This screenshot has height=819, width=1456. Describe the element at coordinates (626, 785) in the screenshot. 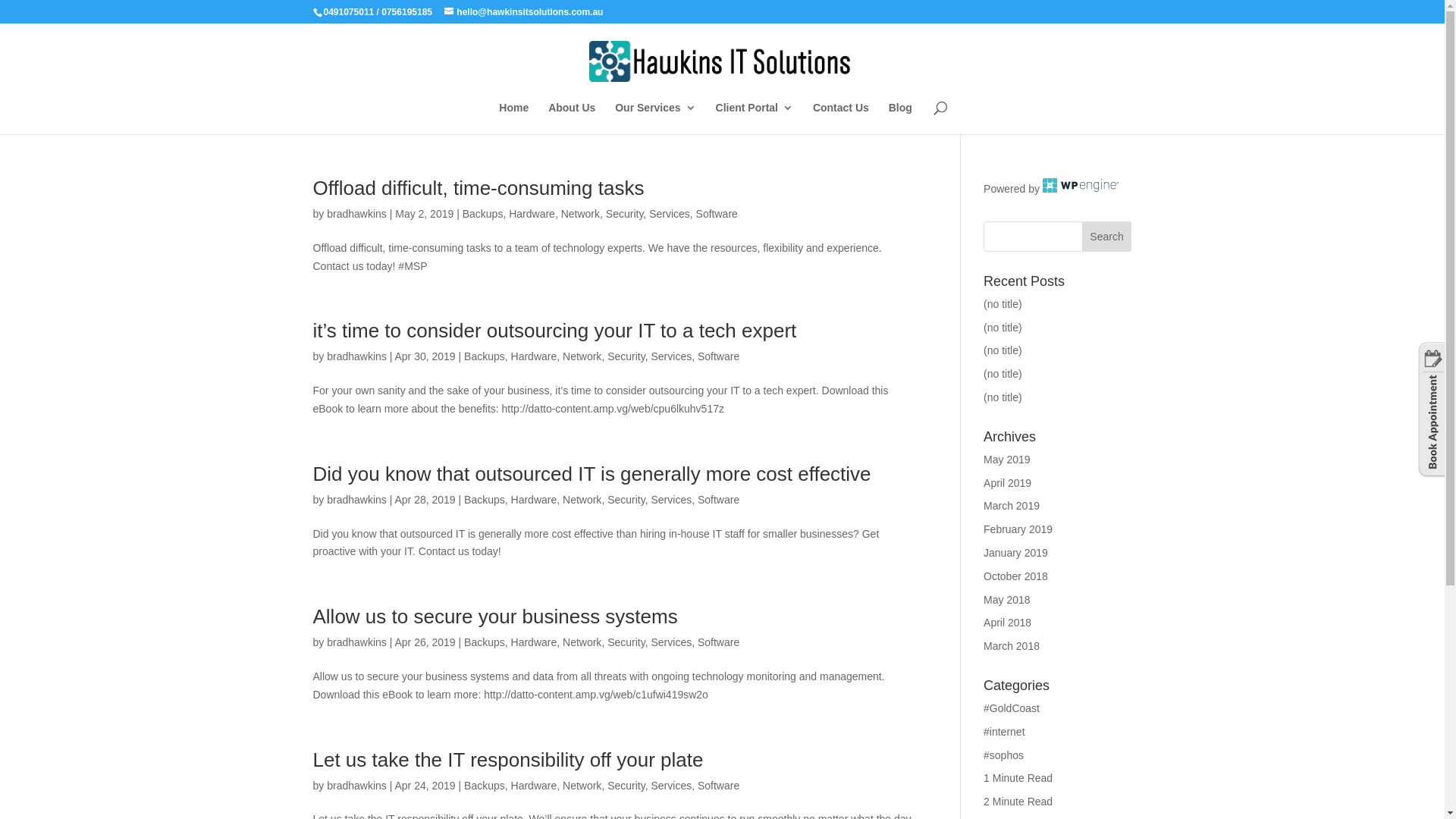

I see `'Security'` at that location.